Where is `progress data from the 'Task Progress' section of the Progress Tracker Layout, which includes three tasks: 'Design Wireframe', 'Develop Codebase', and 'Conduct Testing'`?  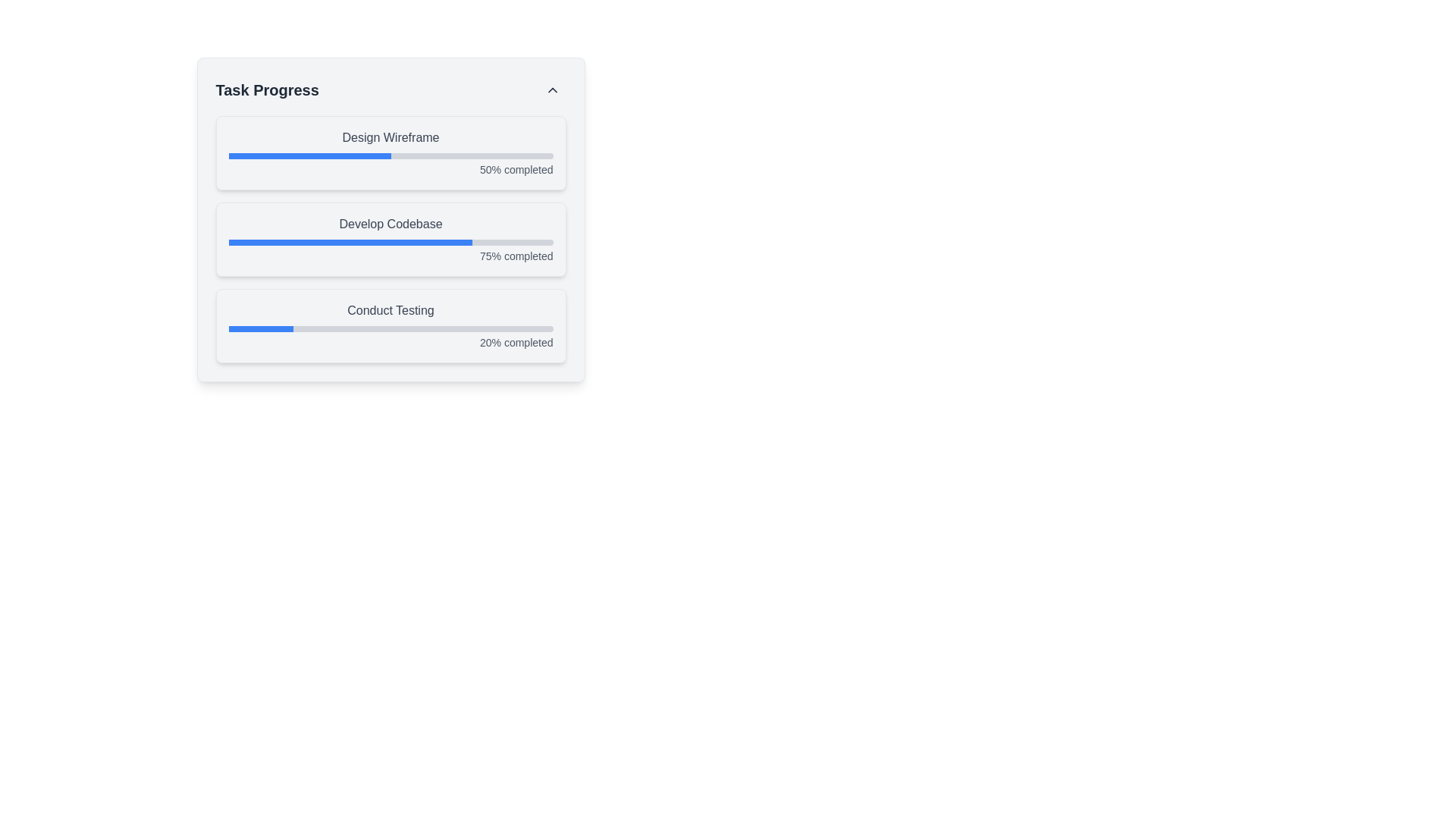 progress data from the 'Task Progress' section of the Progress Tracker Layout, which includes three tasks: 'Design Wireframe', 'Develop Codebase', and 'Conduct Testing' is located at coordinates (391, 219).